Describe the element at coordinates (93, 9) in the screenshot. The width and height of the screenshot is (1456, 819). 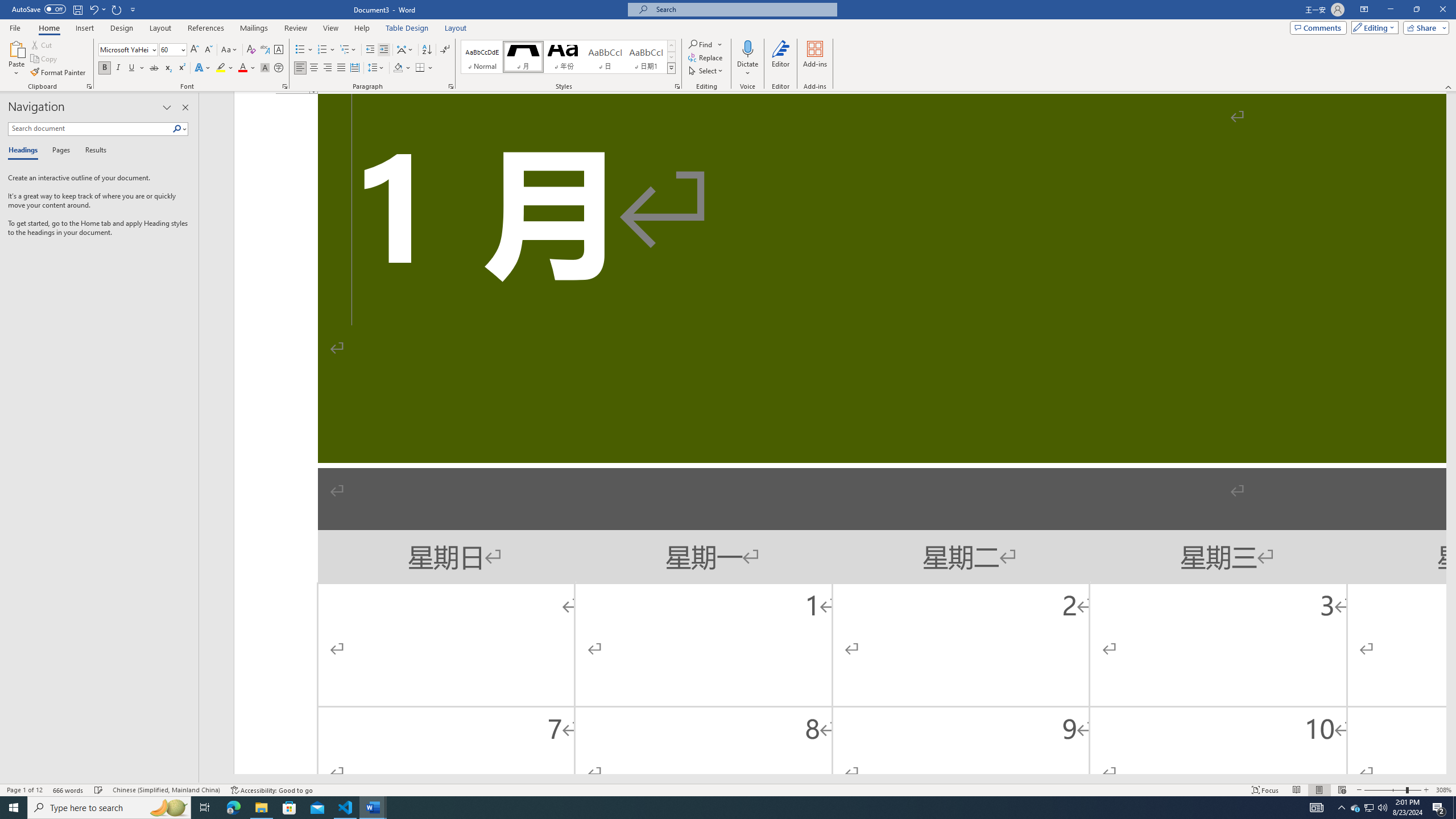
I see `'Undo Increase Indent'` at that location.